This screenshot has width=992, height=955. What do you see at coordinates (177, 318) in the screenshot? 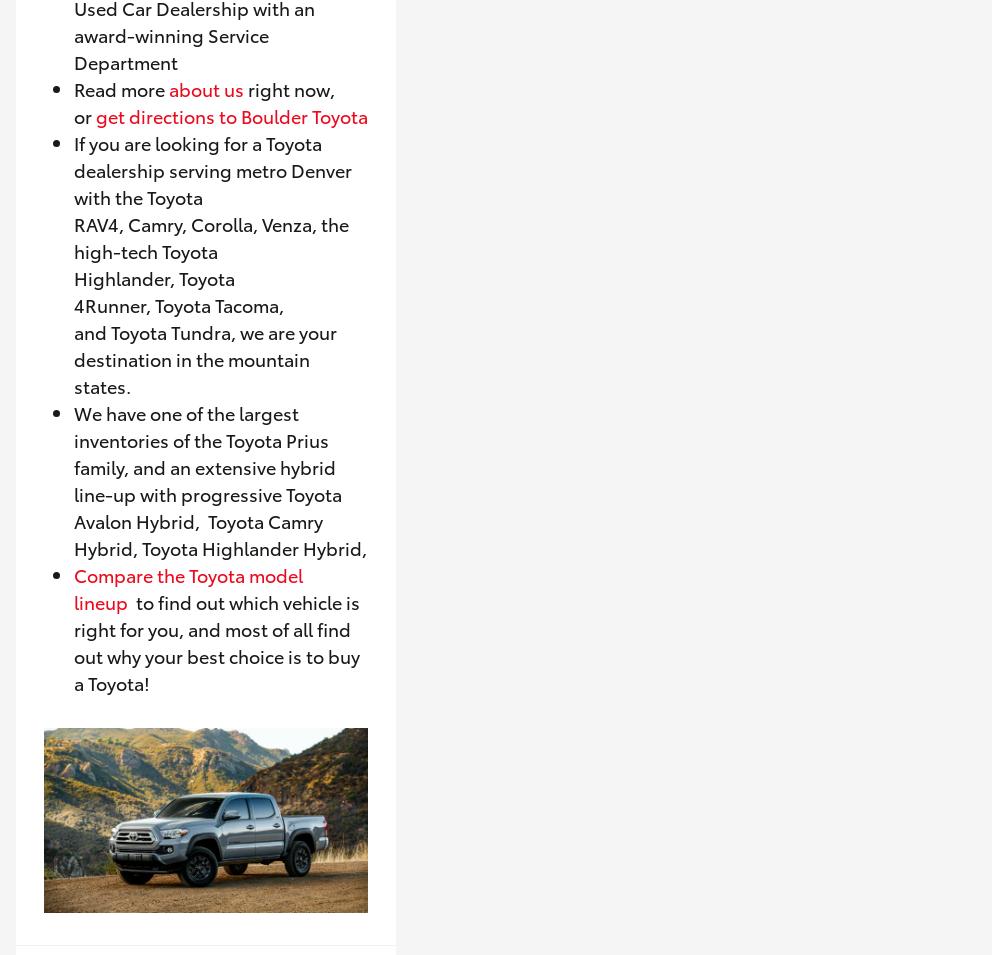
I see `'Toyota Tacoma, and'` at bounding box center [177, 318].